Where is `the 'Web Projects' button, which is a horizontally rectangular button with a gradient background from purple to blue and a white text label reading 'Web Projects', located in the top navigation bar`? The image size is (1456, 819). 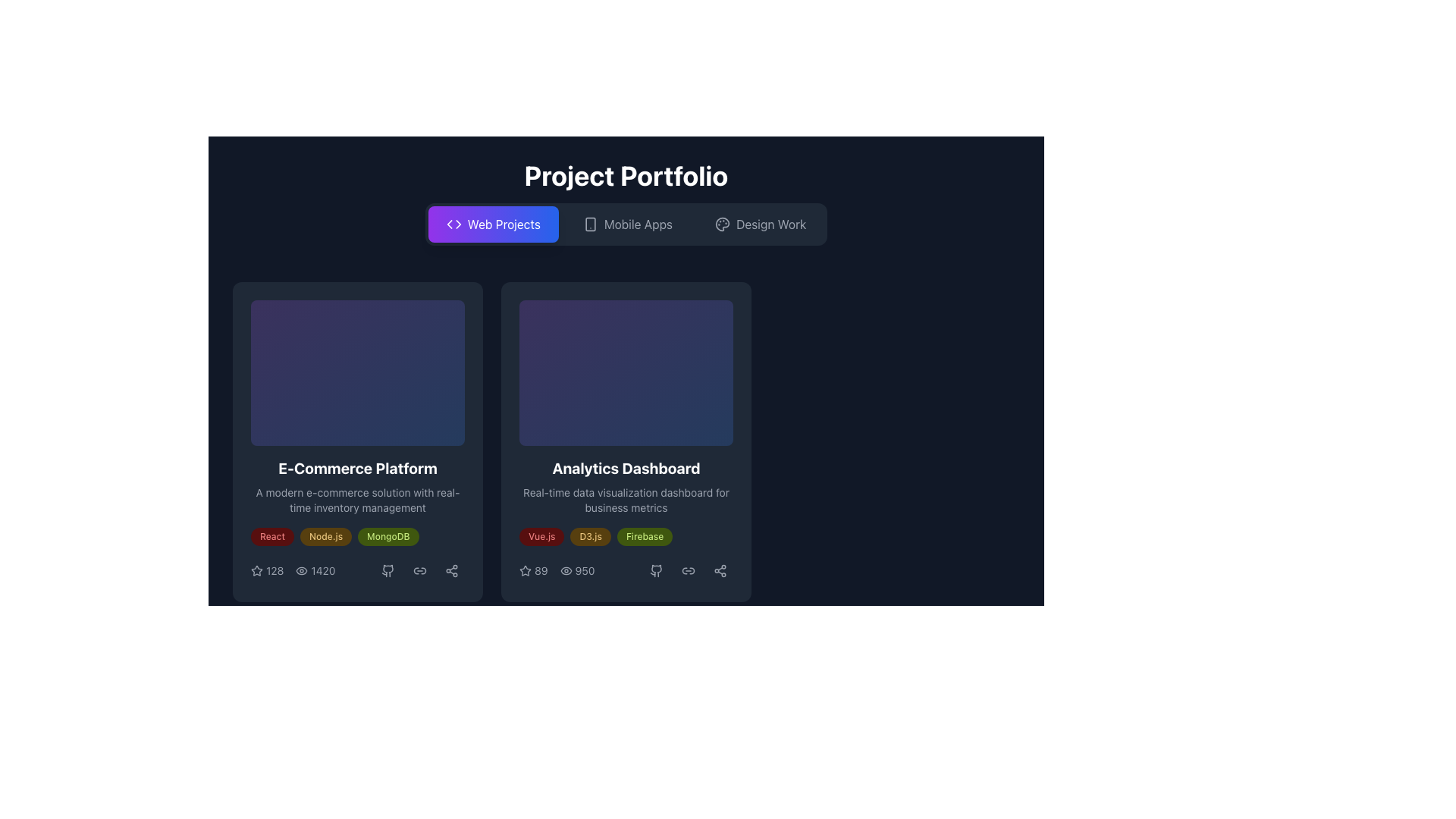
the 'Web Projects' button, which is a horizontally rectangular button with a gradient background from purple to blue and a white text label reading 'Web Projects', located in the top navigation bar is located at coordinates (493, 224).